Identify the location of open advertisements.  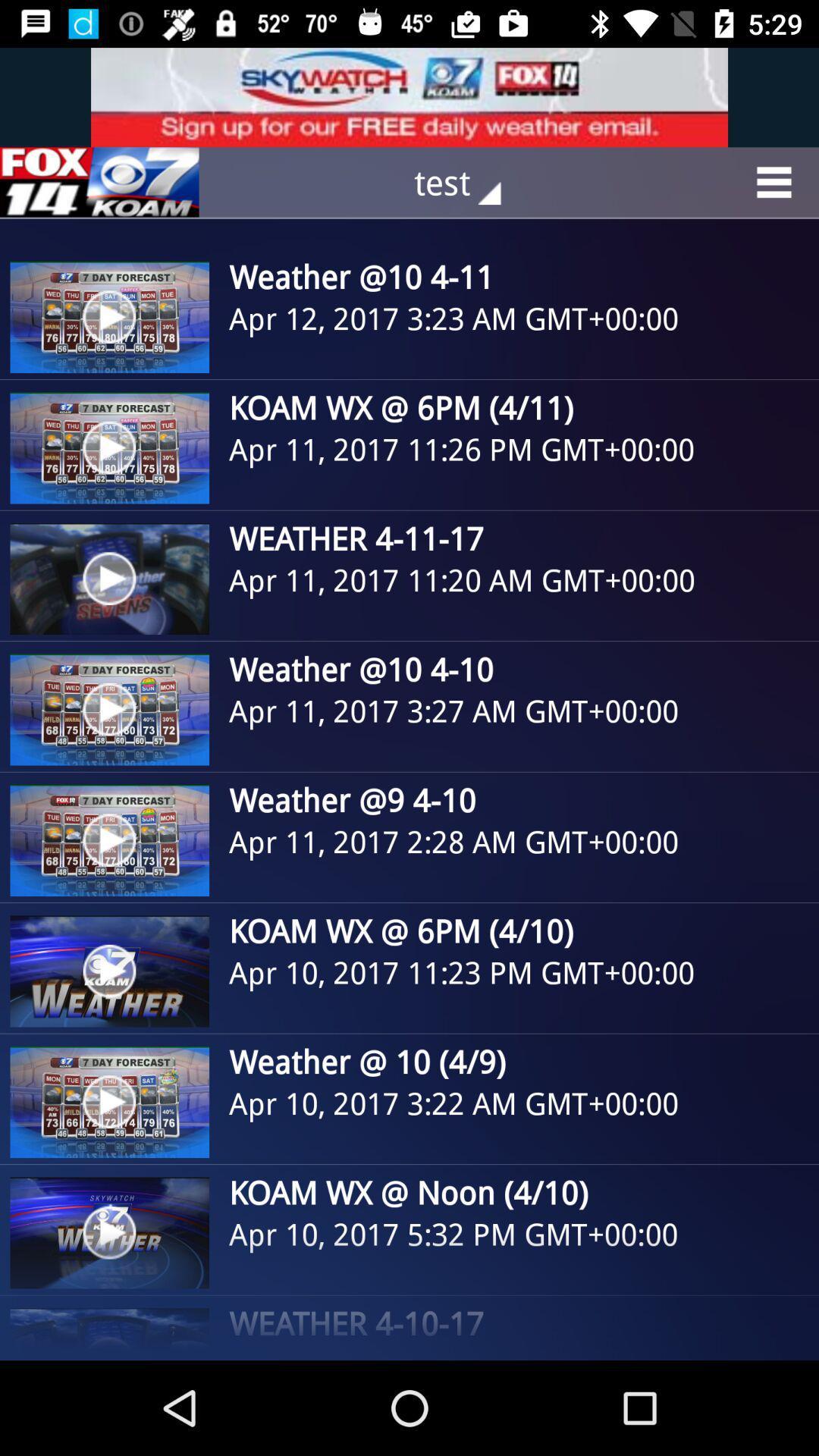
(99, 182).